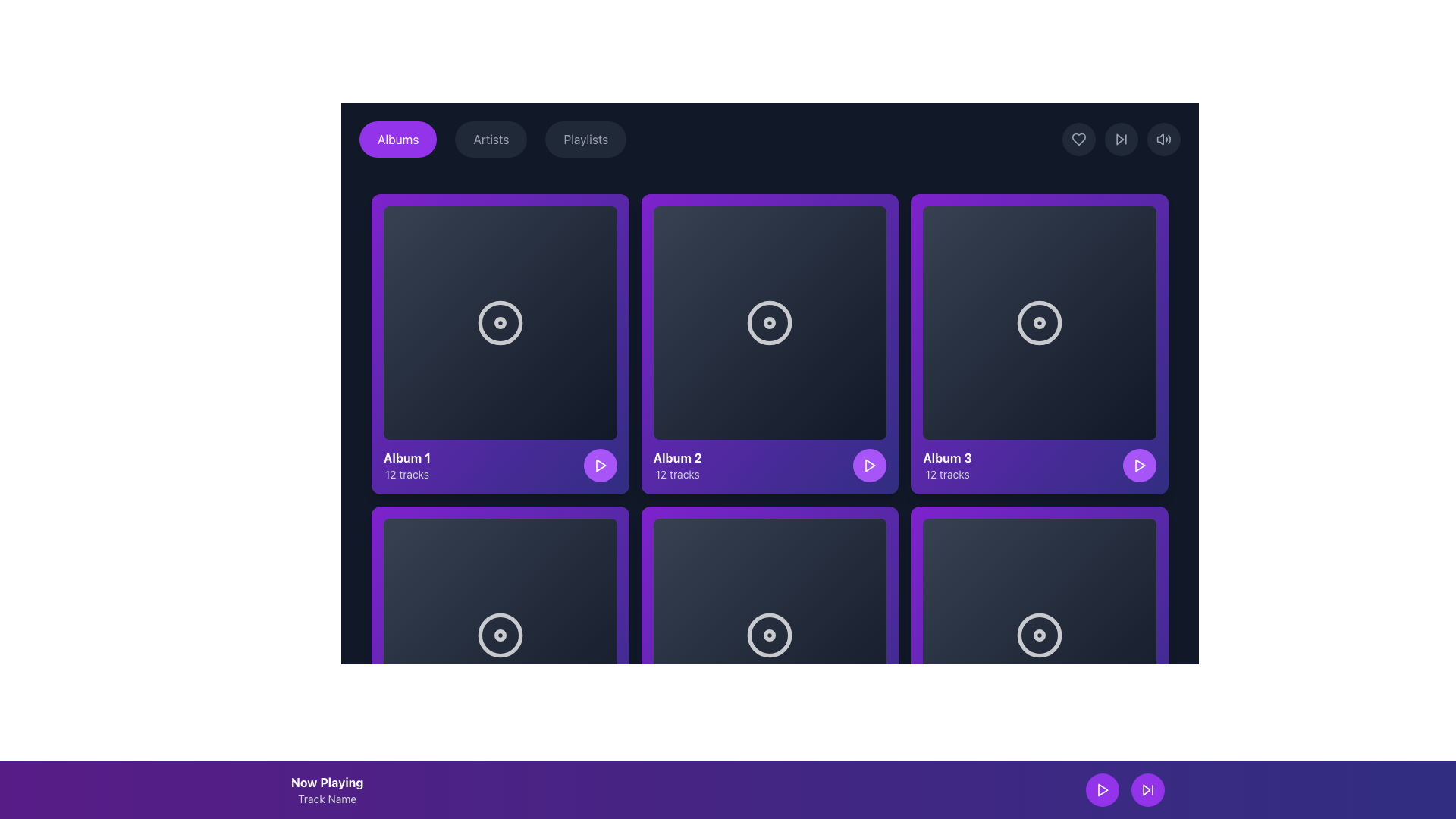 This screenshot has height=819, width=1456. Describe the element at coordinates (1163, 140) in the screenshot. I see `the third button in the upper-right corner of the interface` at that location.